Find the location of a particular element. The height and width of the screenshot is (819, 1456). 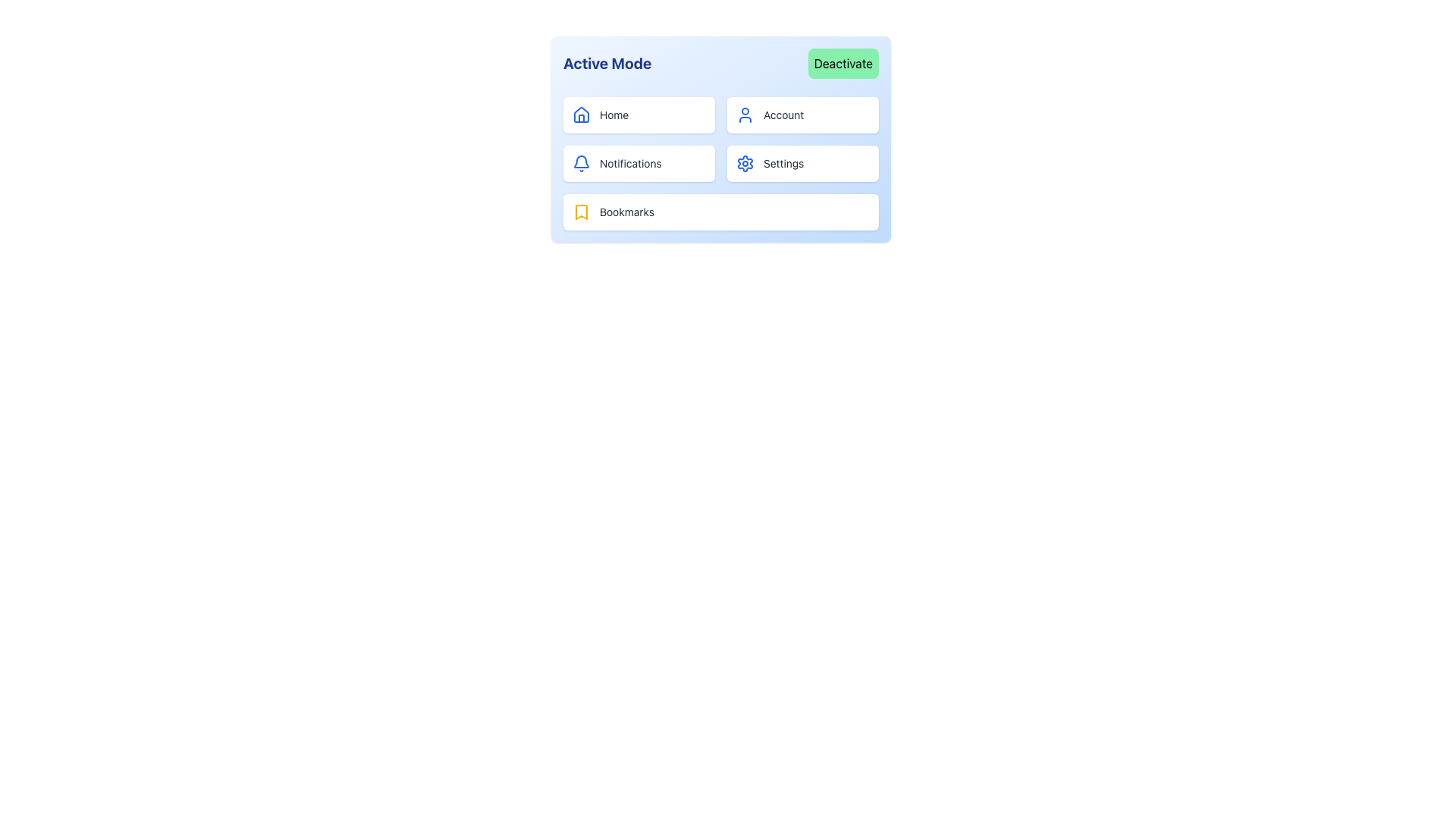

the bell-shaped notification icon with a blue outline located at the upper left corner of the 'Notifications' panel is located at coordinates (581, 164).